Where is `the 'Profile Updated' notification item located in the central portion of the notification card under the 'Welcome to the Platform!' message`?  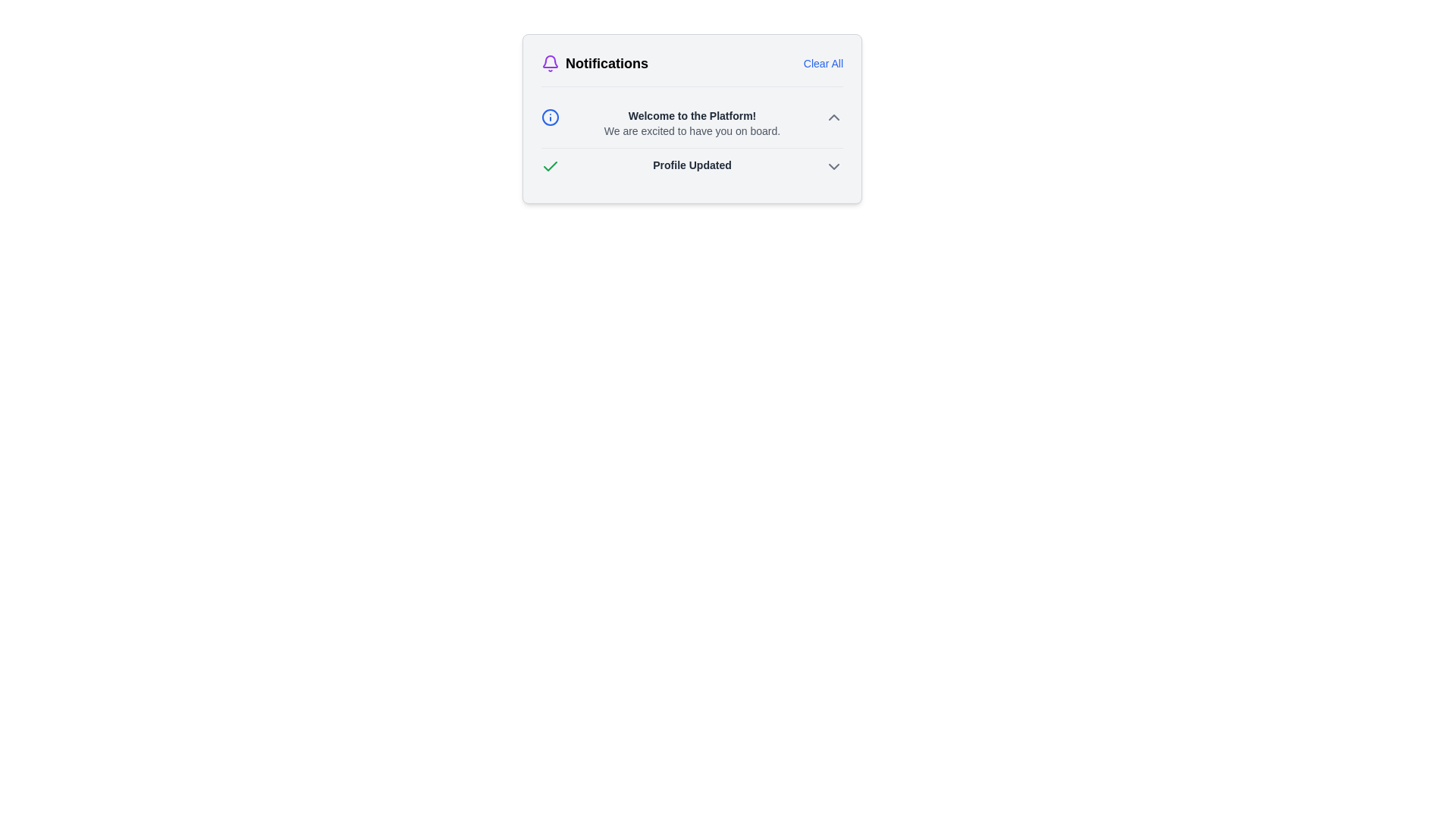
the 'Profile Updated' notification item located in the central portion of the notification card under the 'Welcome to the Platform!' message is located at coordinates (691, 166).